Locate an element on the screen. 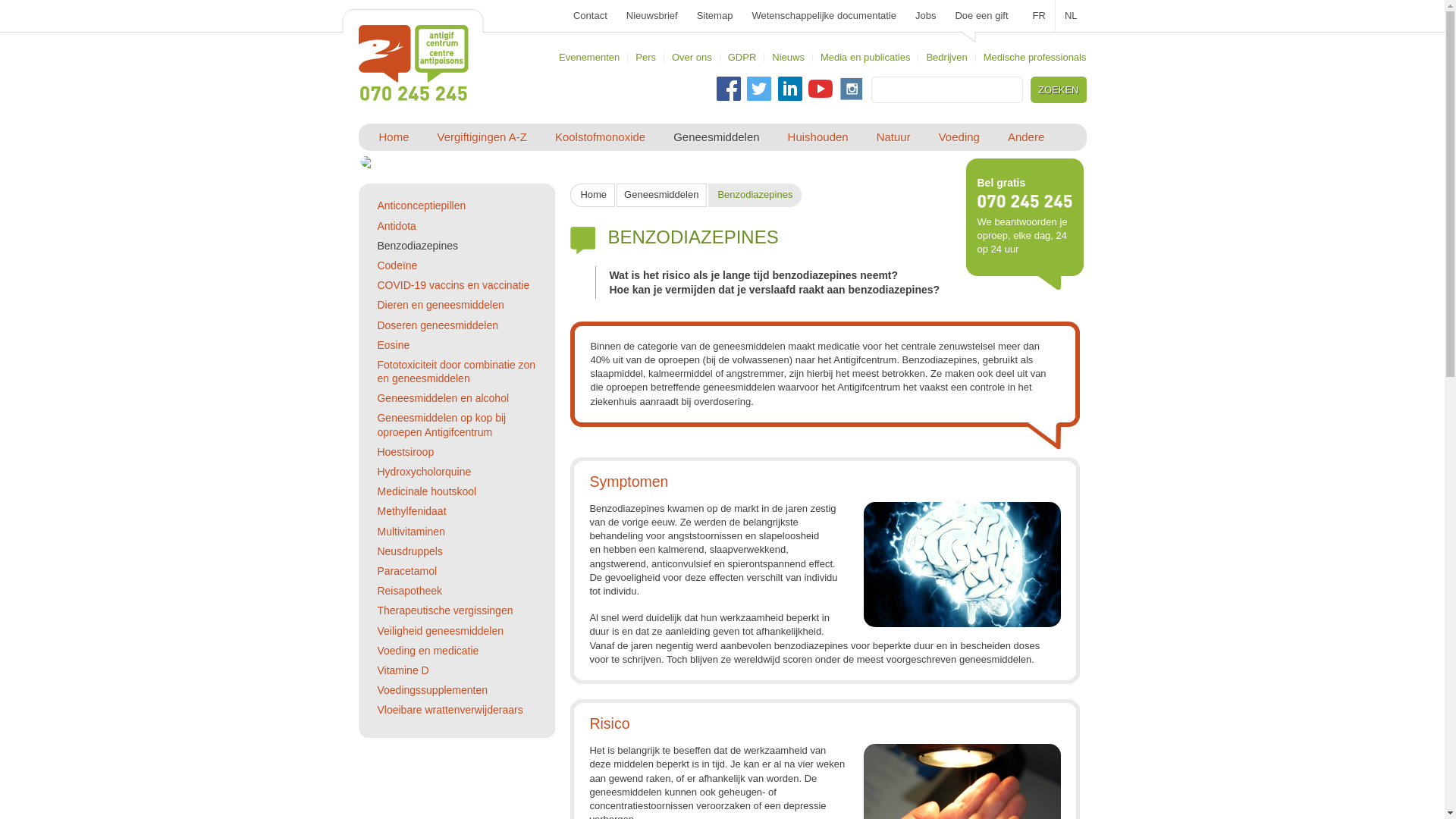 Image resolution: width=1456 pixels, height=819 pixels. 'Hydroxycholorquine' is located at coordinates (423, 470).